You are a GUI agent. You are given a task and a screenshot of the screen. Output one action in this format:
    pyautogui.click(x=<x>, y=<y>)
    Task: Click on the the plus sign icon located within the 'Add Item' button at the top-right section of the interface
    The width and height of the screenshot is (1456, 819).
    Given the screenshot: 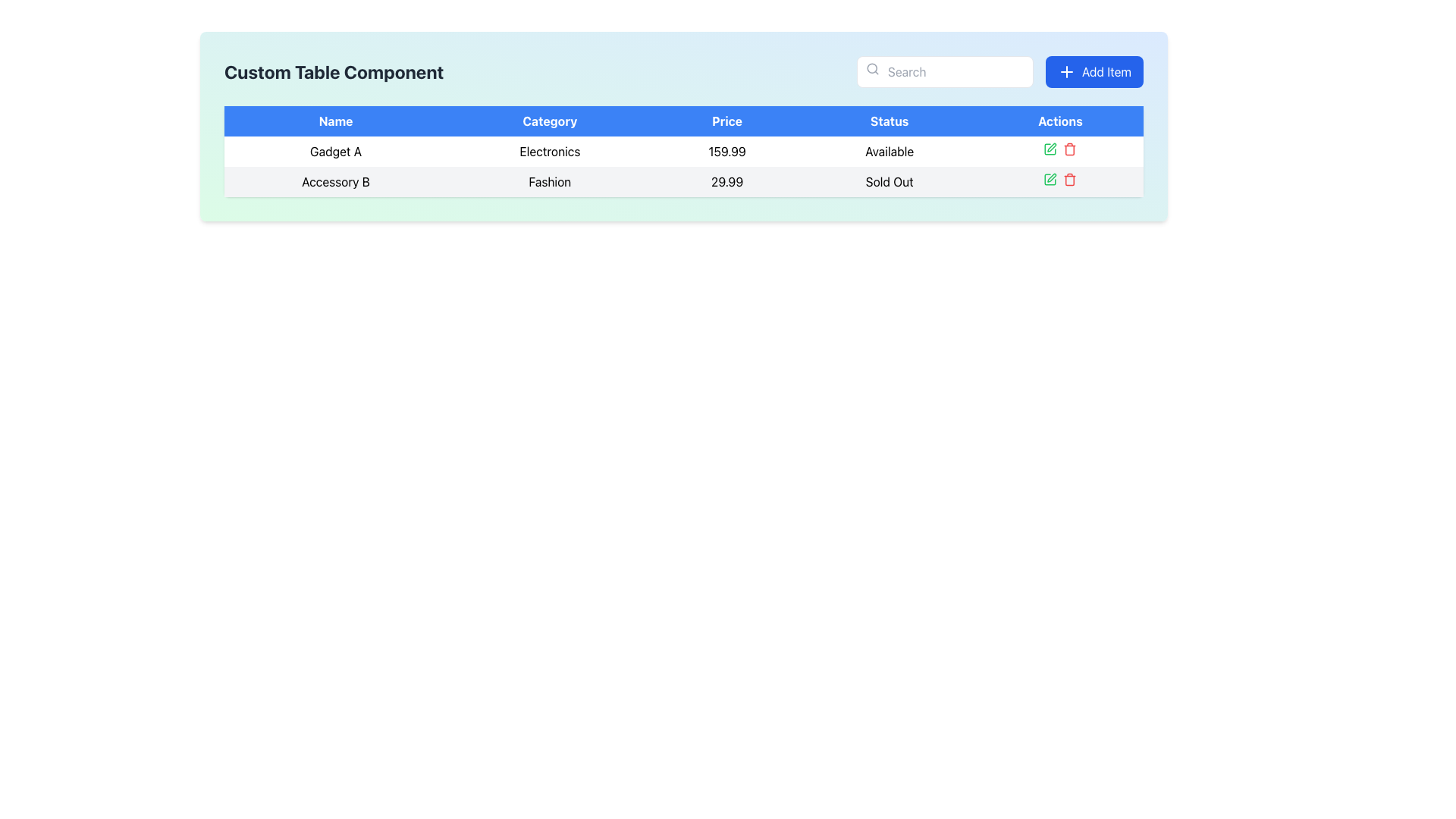 What is the action you would take?
    pyautogui.click(x=1065, y=72)
    